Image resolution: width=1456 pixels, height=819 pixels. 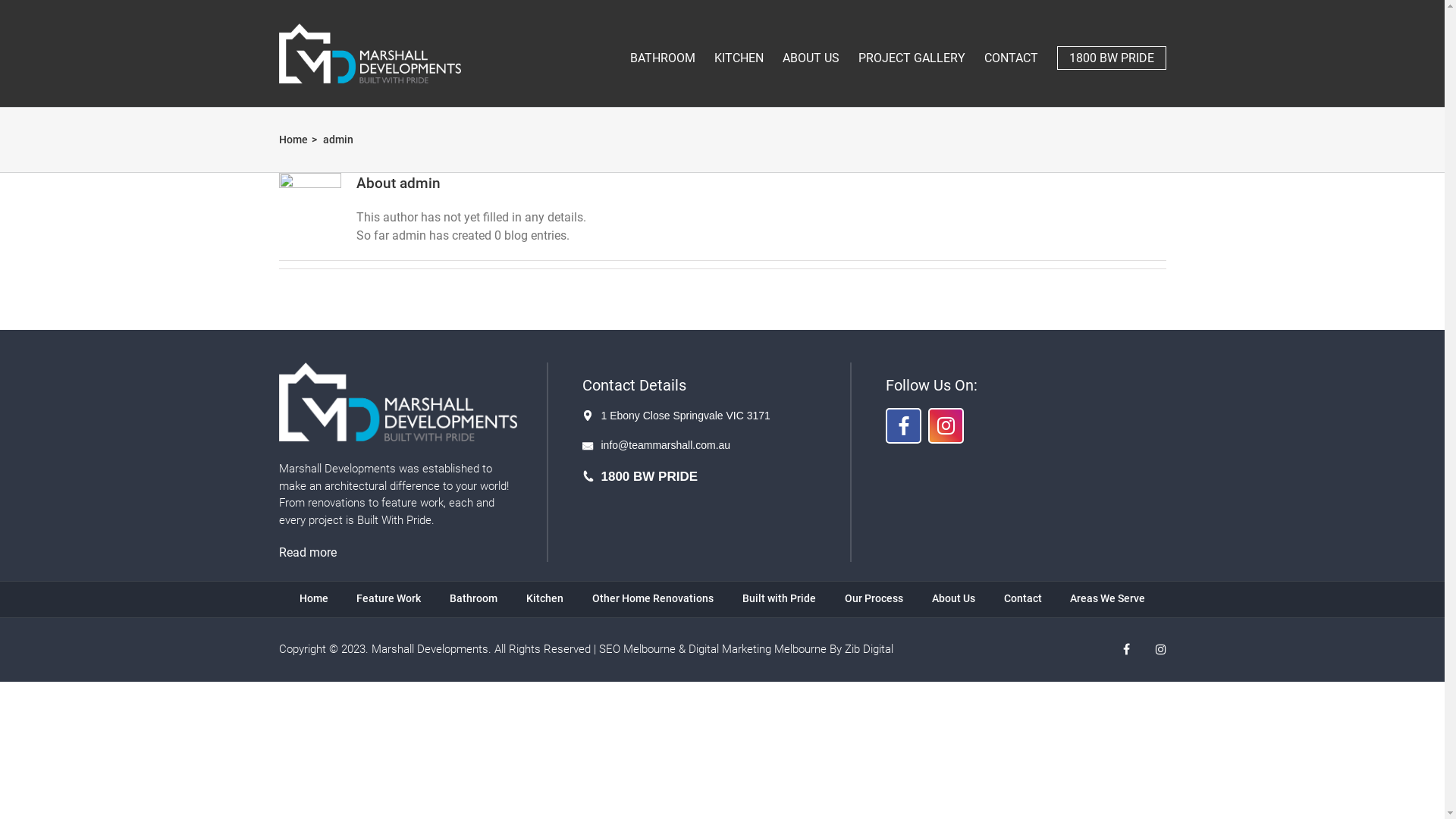 I want to click on 'PROJECT GALLERY', so click(x=911, y=49).